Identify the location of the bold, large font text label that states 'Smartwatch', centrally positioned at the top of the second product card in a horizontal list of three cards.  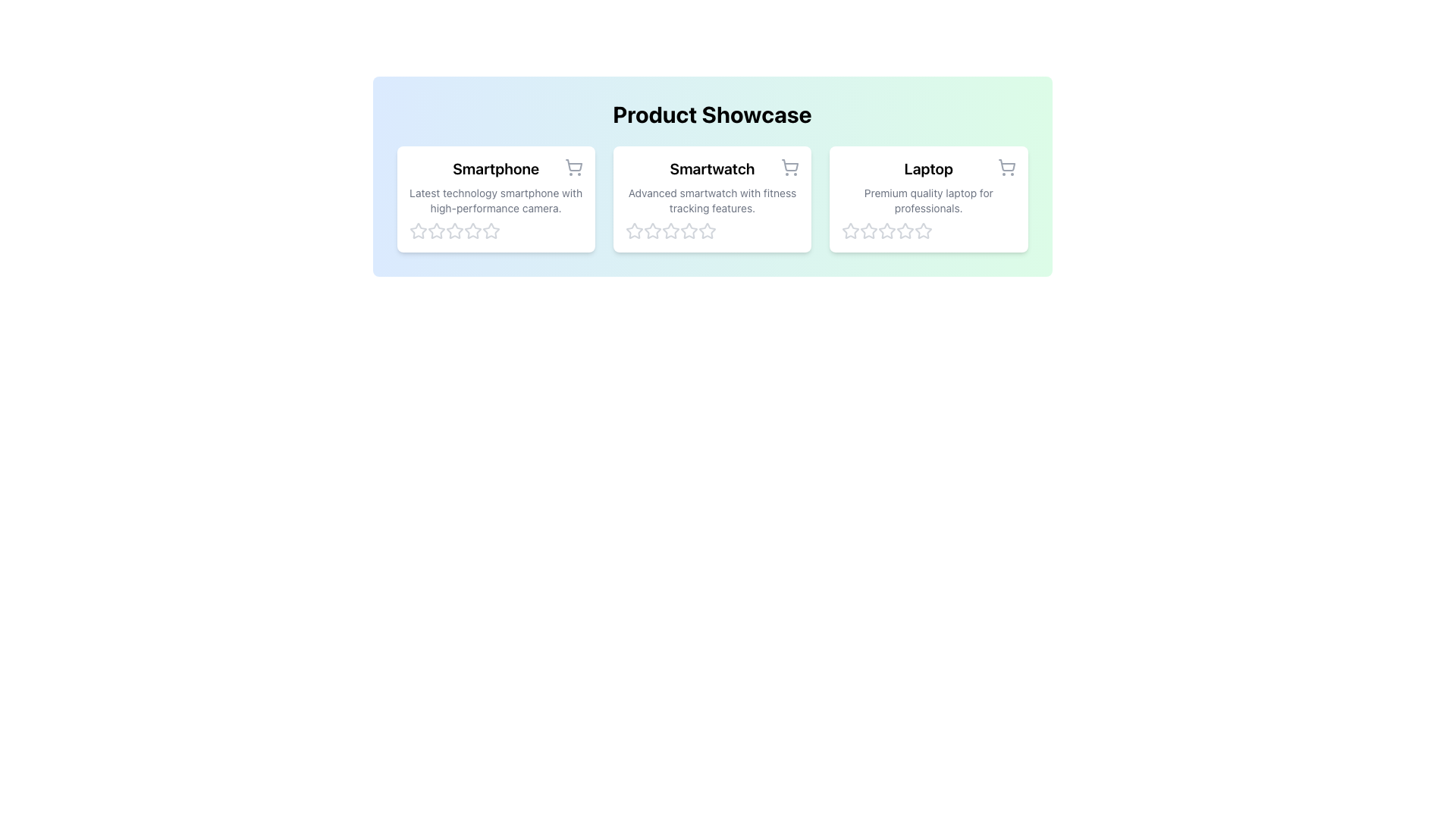
(711, 169).